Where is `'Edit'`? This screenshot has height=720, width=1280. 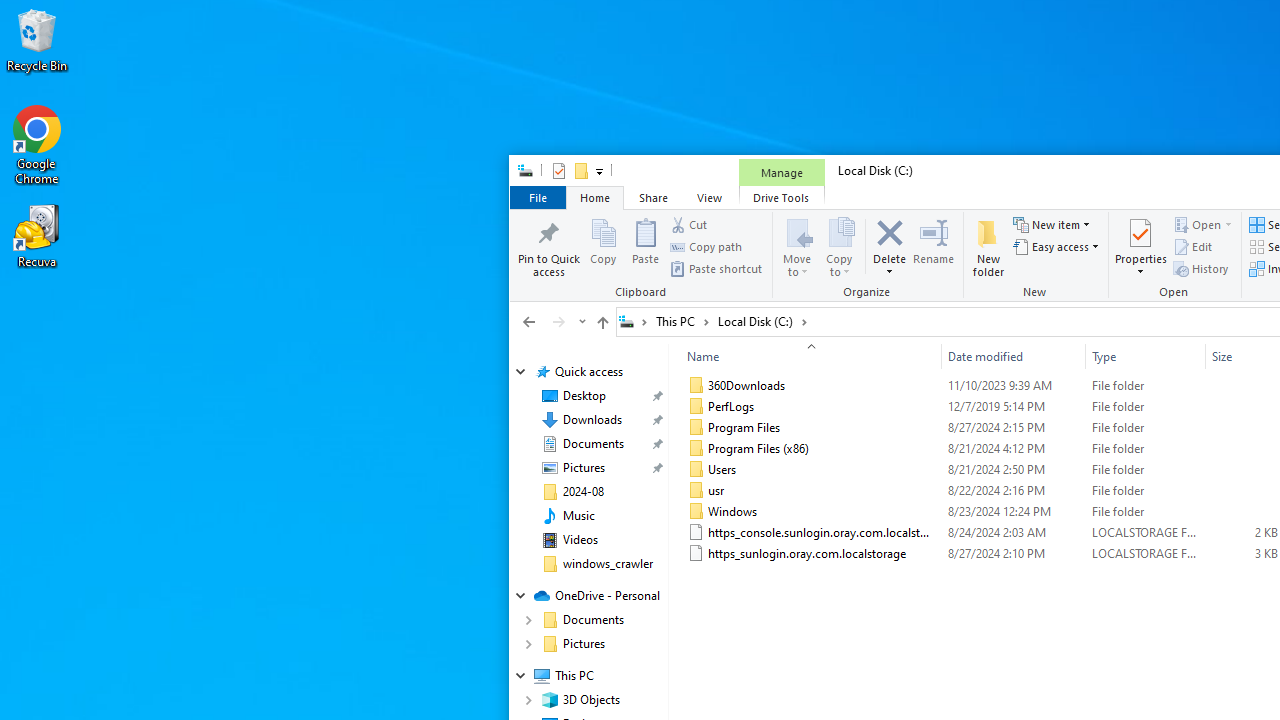 'Edit' is located at coordinates (1192, 245).